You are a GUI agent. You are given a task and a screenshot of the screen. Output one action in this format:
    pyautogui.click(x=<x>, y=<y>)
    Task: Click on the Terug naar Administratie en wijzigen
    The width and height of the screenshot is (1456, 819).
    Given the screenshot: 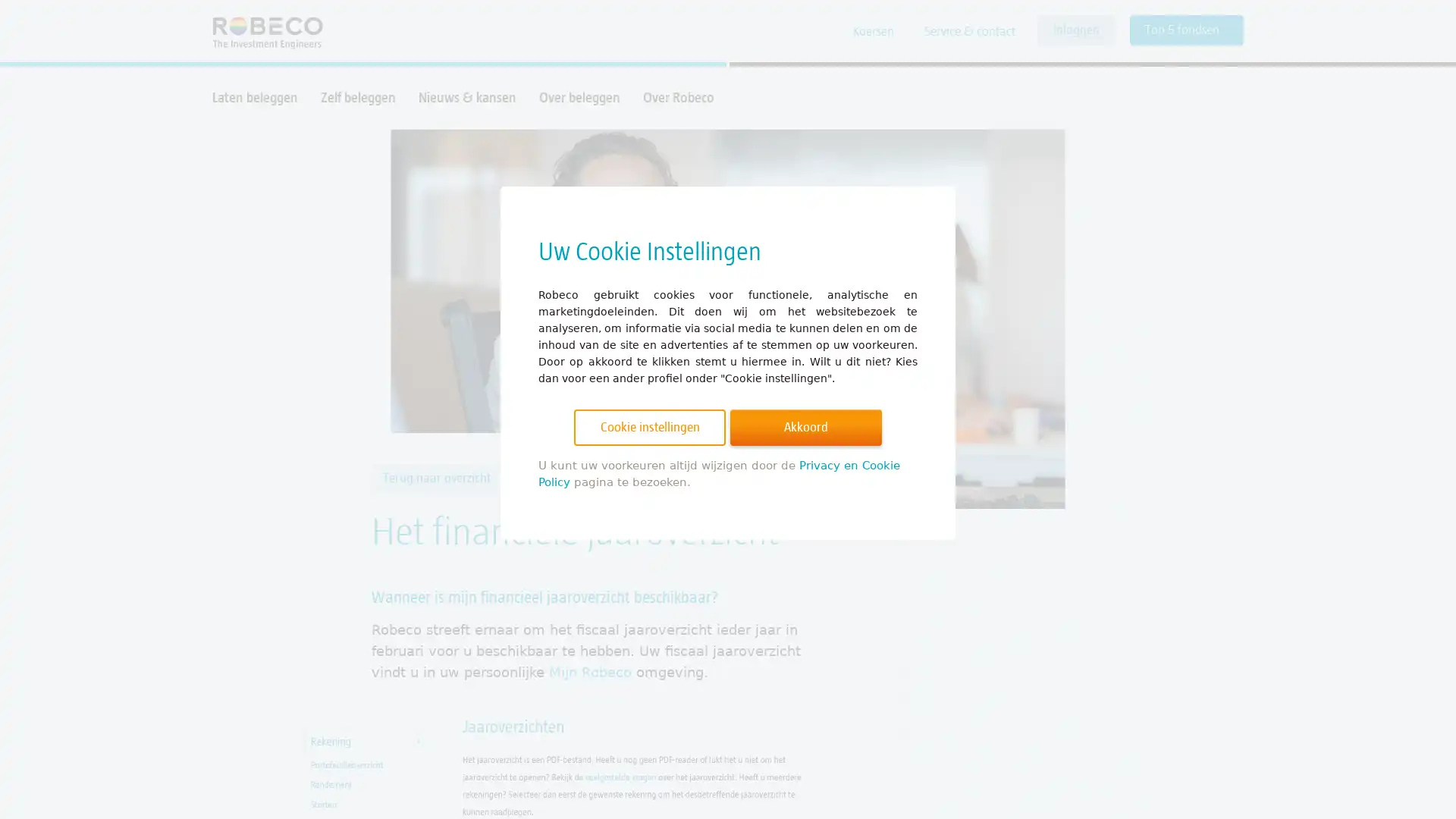 What is the action you would take?
    pyautogui.click(x=613, y=479)
    